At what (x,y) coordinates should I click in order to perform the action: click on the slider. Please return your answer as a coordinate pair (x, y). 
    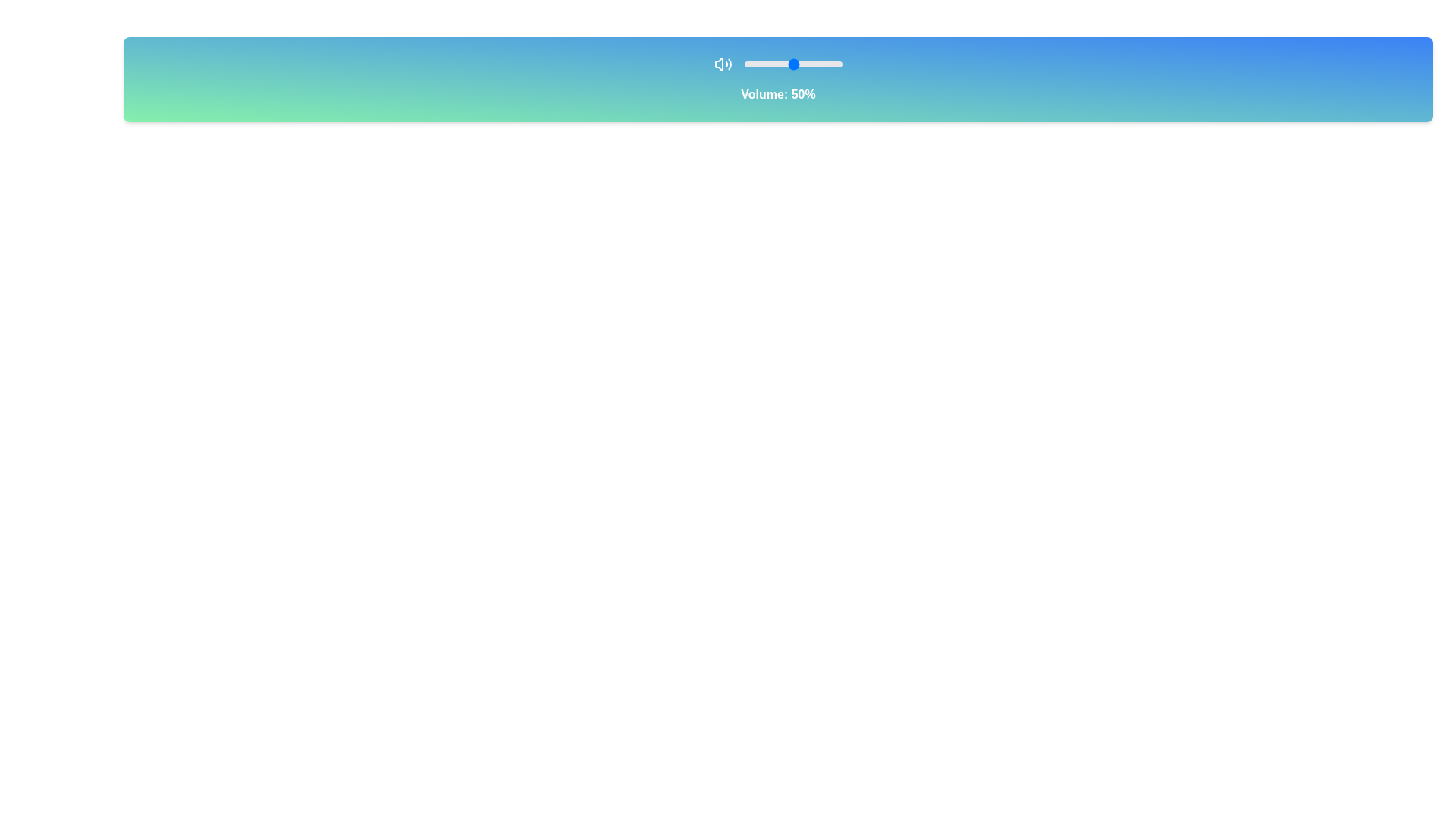
    Looking at the image, I should click on (763, 63).